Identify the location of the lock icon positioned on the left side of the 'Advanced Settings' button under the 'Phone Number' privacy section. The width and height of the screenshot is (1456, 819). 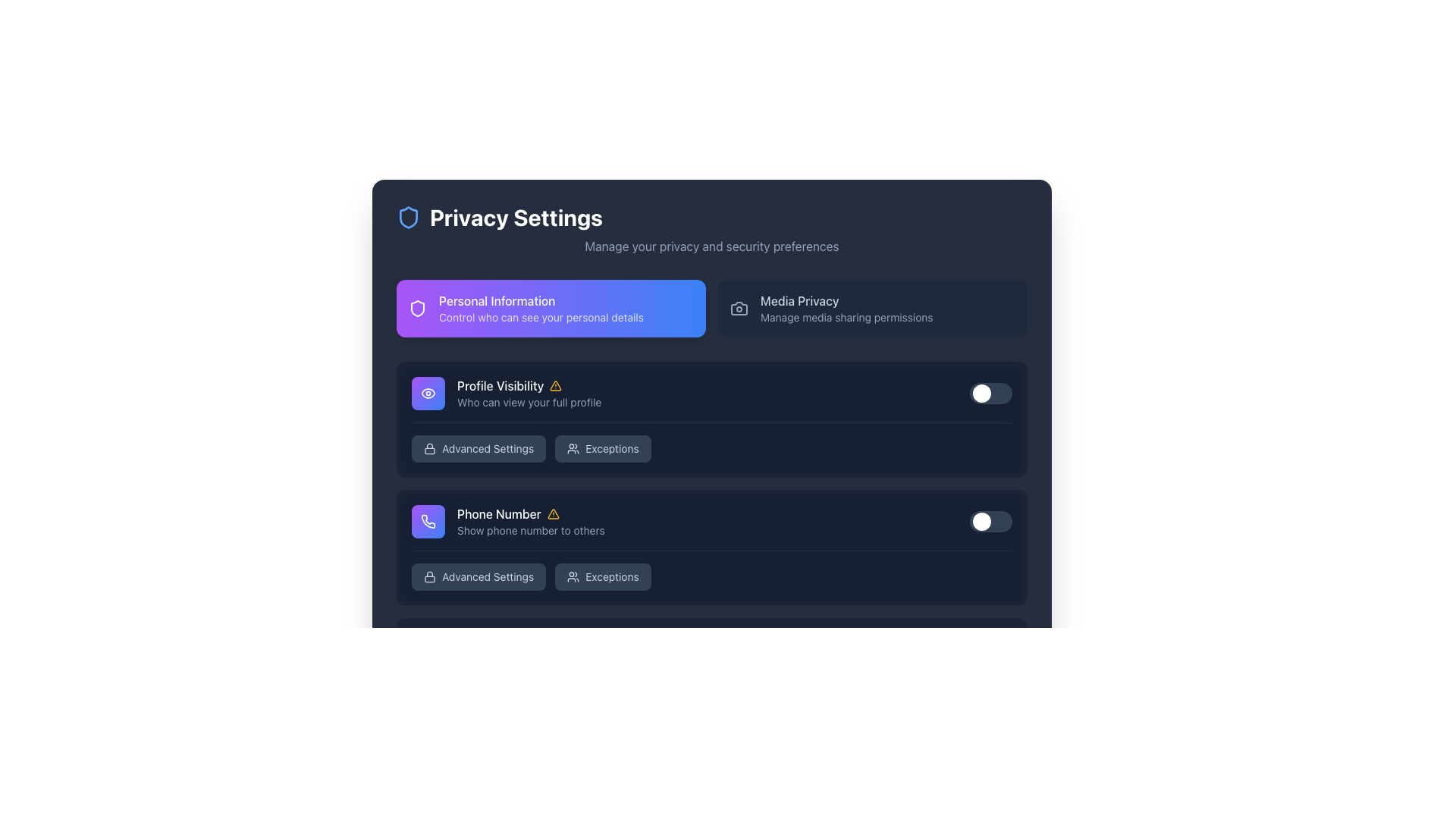
(428, 704).